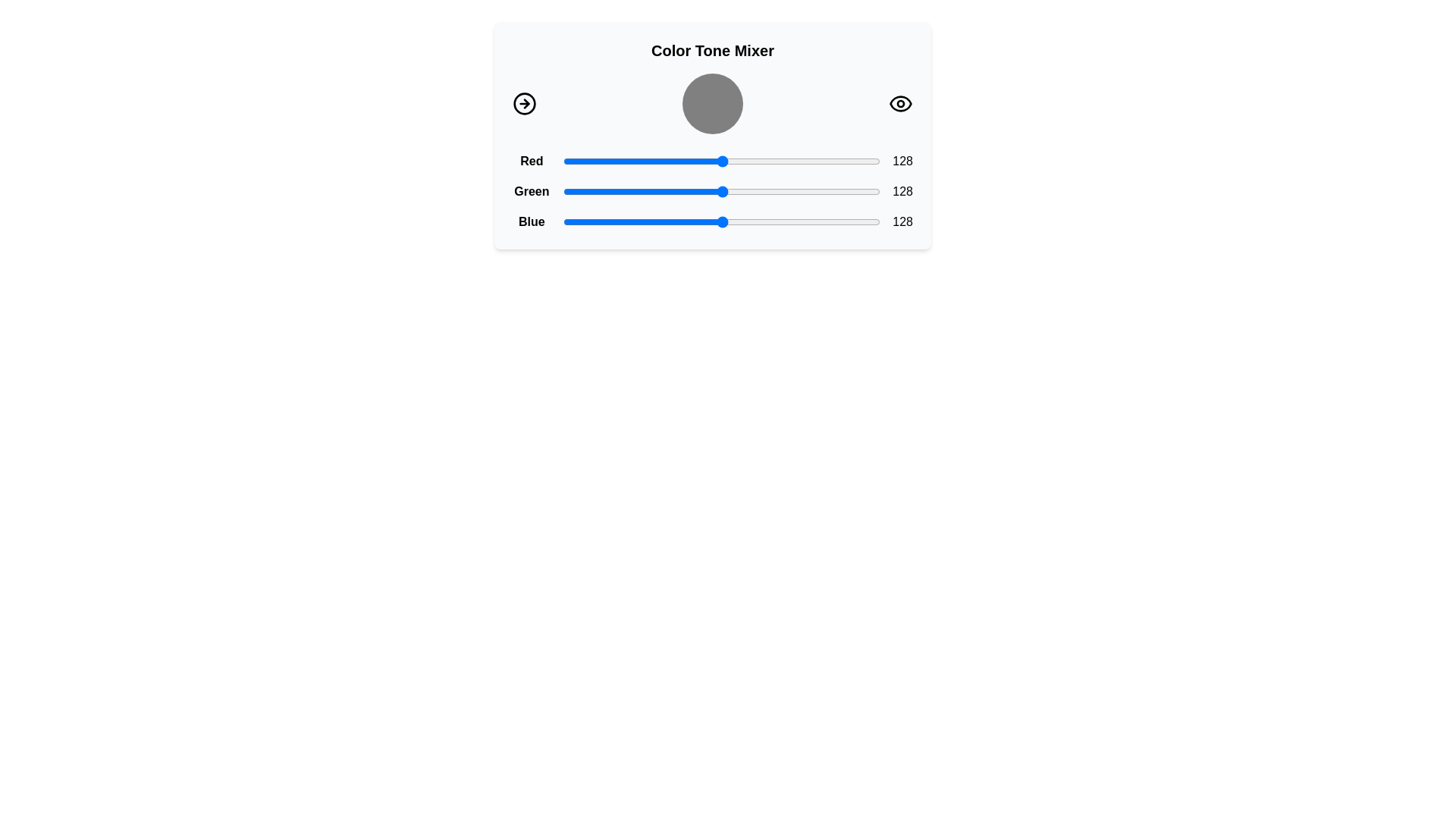 Image resolution: width=1456 pixels, height=819 pixels. What do you see at coordinates (679, 191) in the screenshot?
I see `green color intensity` at bounding box center [679, 191].